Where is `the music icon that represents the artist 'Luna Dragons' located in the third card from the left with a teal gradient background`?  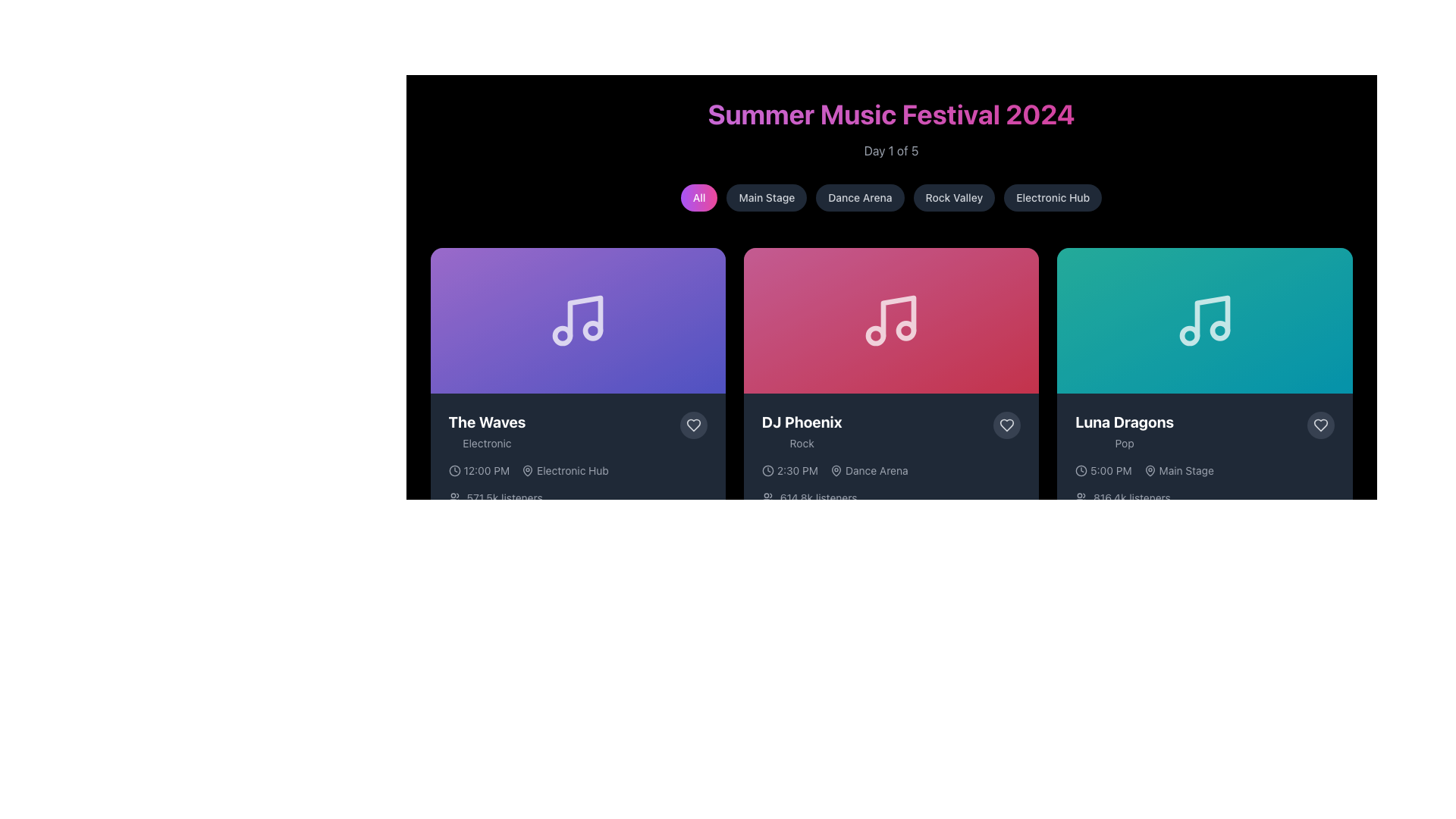
the music icon that represents the artist 'Luna Dragons' located in the third card from the left with a teal gradient background is located at coordinates (1203, 320).